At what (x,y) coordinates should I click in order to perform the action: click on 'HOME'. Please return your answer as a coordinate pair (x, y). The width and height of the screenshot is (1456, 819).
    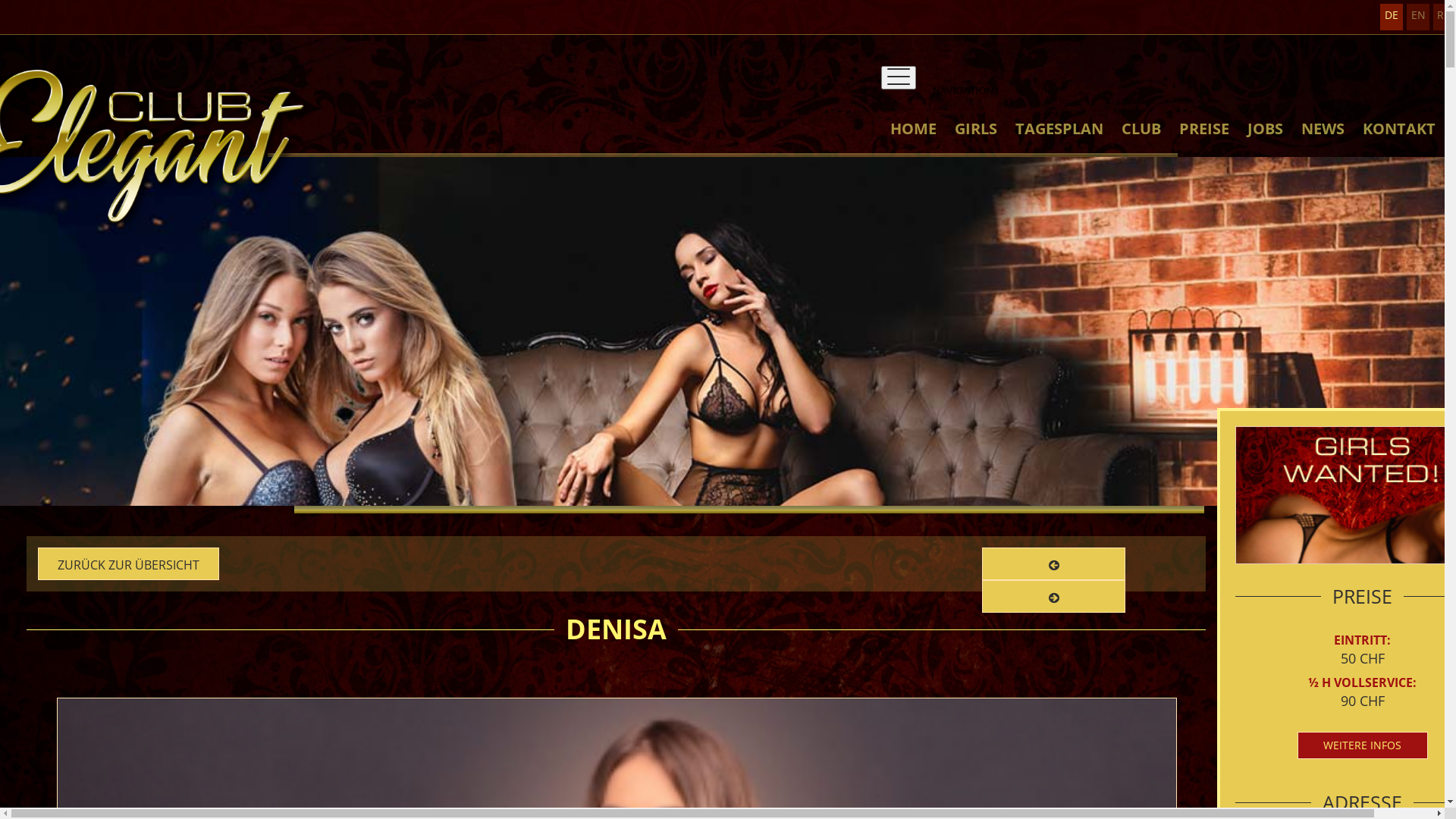
    Looking at the image, I should click on (912, 143).